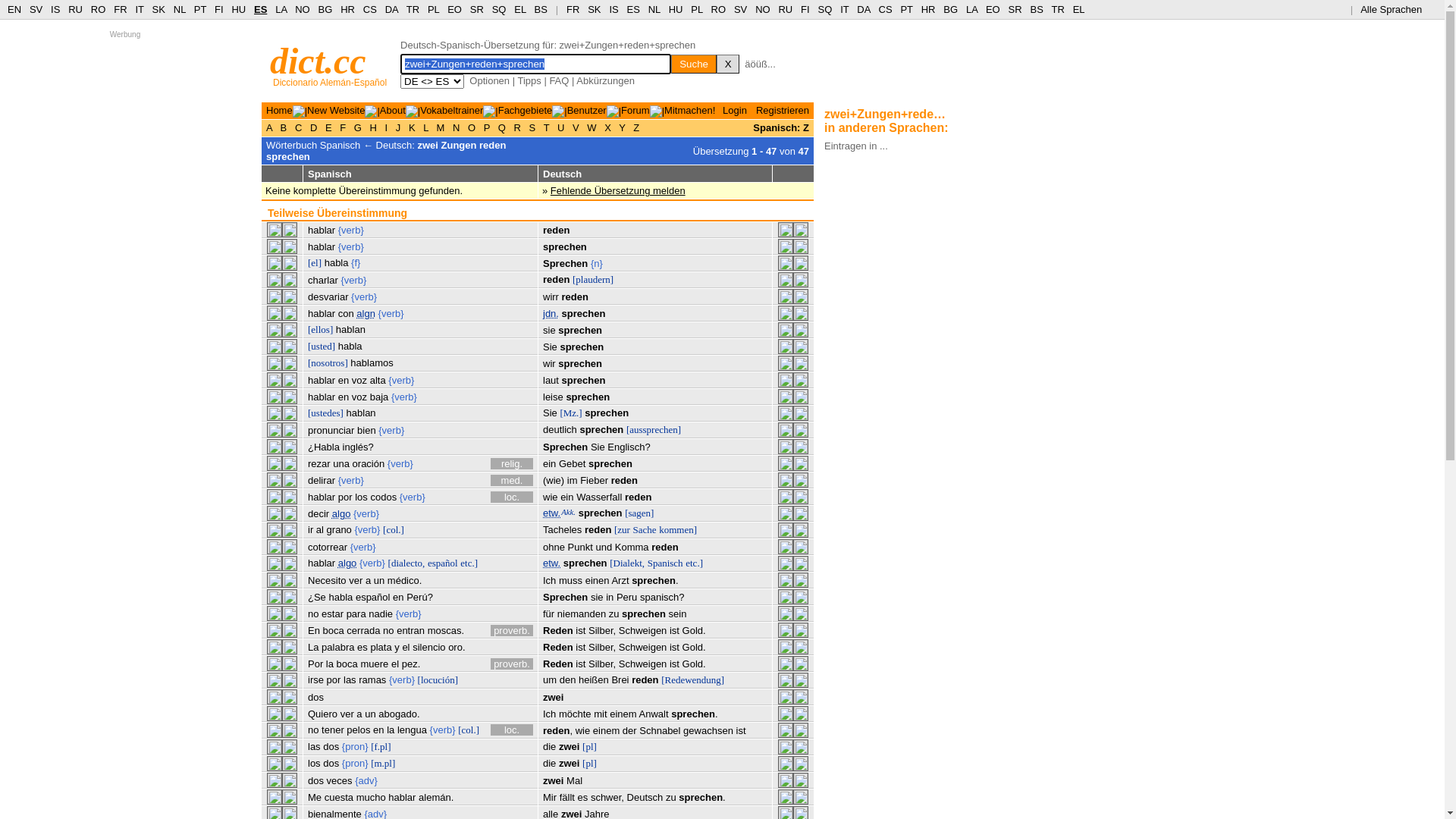 The height and width of the screenshot is (819, 1456). Describe the element at coordinates (347, 563) in the screenshot. I see `'algo'` at that location.